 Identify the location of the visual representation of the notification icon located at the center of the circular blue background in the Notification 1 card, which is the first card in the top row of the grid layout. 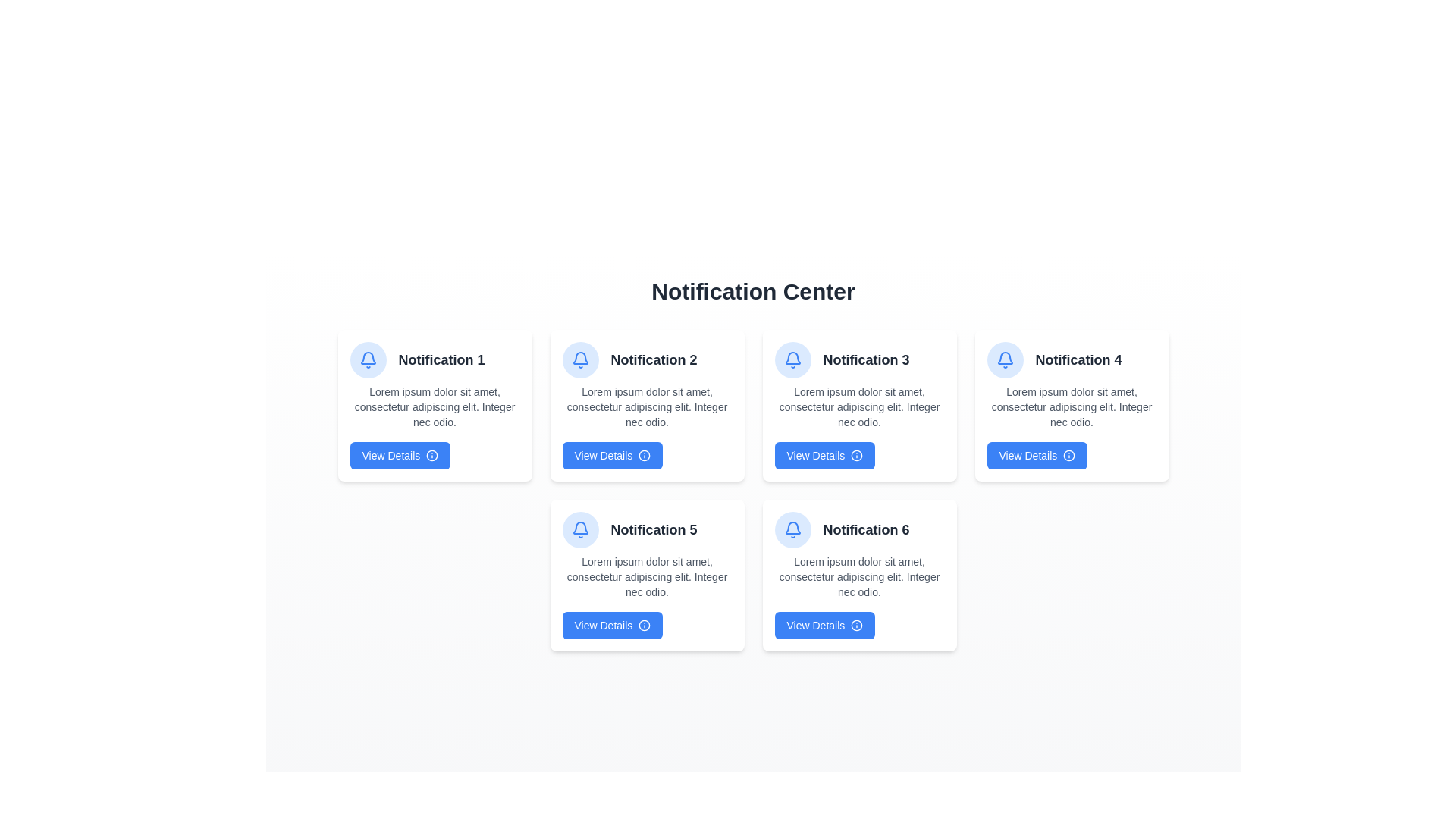
(579, 529).